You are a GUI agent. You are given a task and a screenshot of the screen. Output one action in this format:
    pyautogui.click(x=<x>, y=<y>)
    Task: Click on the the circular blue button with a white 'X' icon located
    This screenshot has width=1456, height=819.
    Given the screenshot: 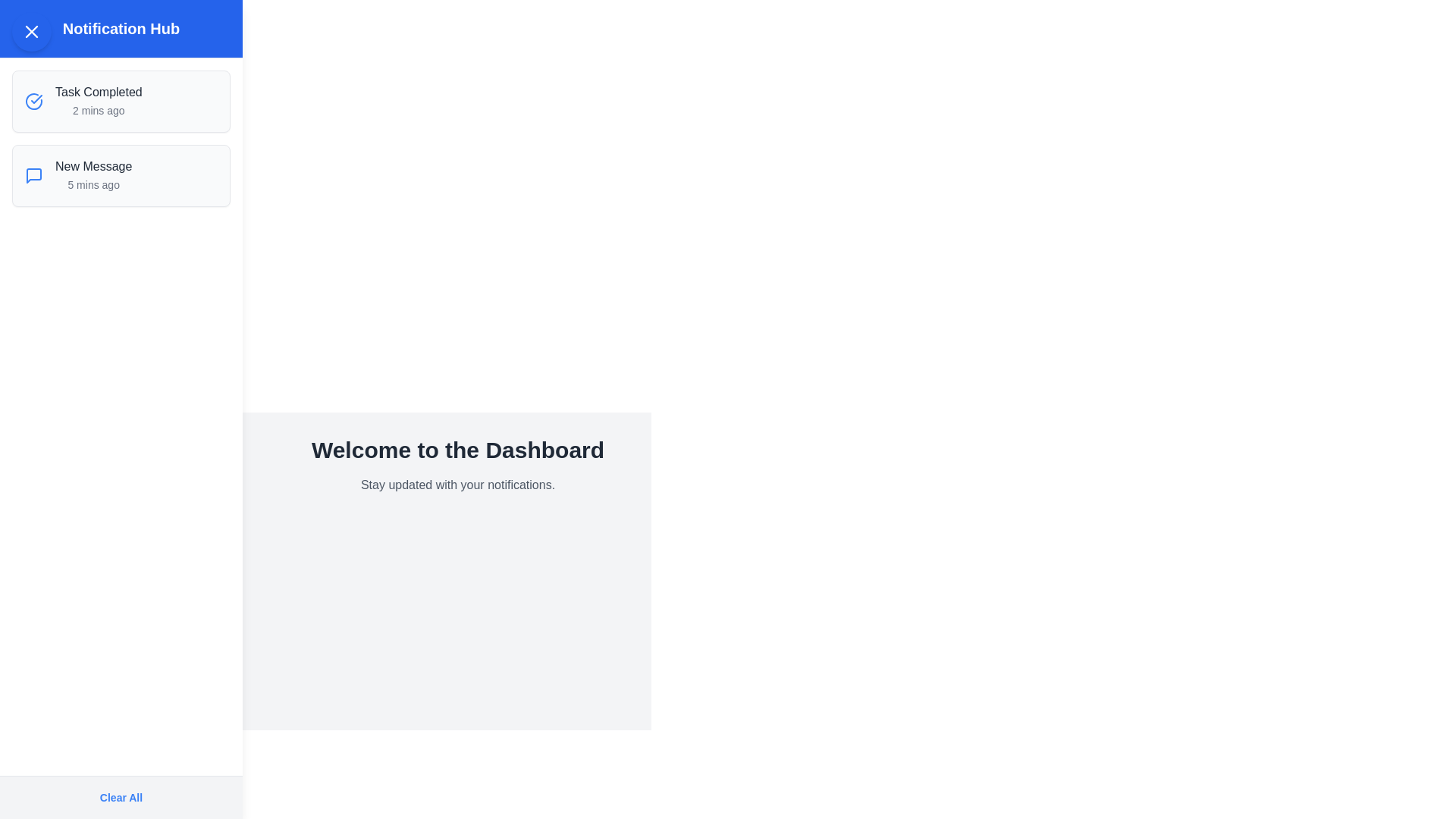 What is the action you would take?
    pyautogui.click(x=32, y=32)
    